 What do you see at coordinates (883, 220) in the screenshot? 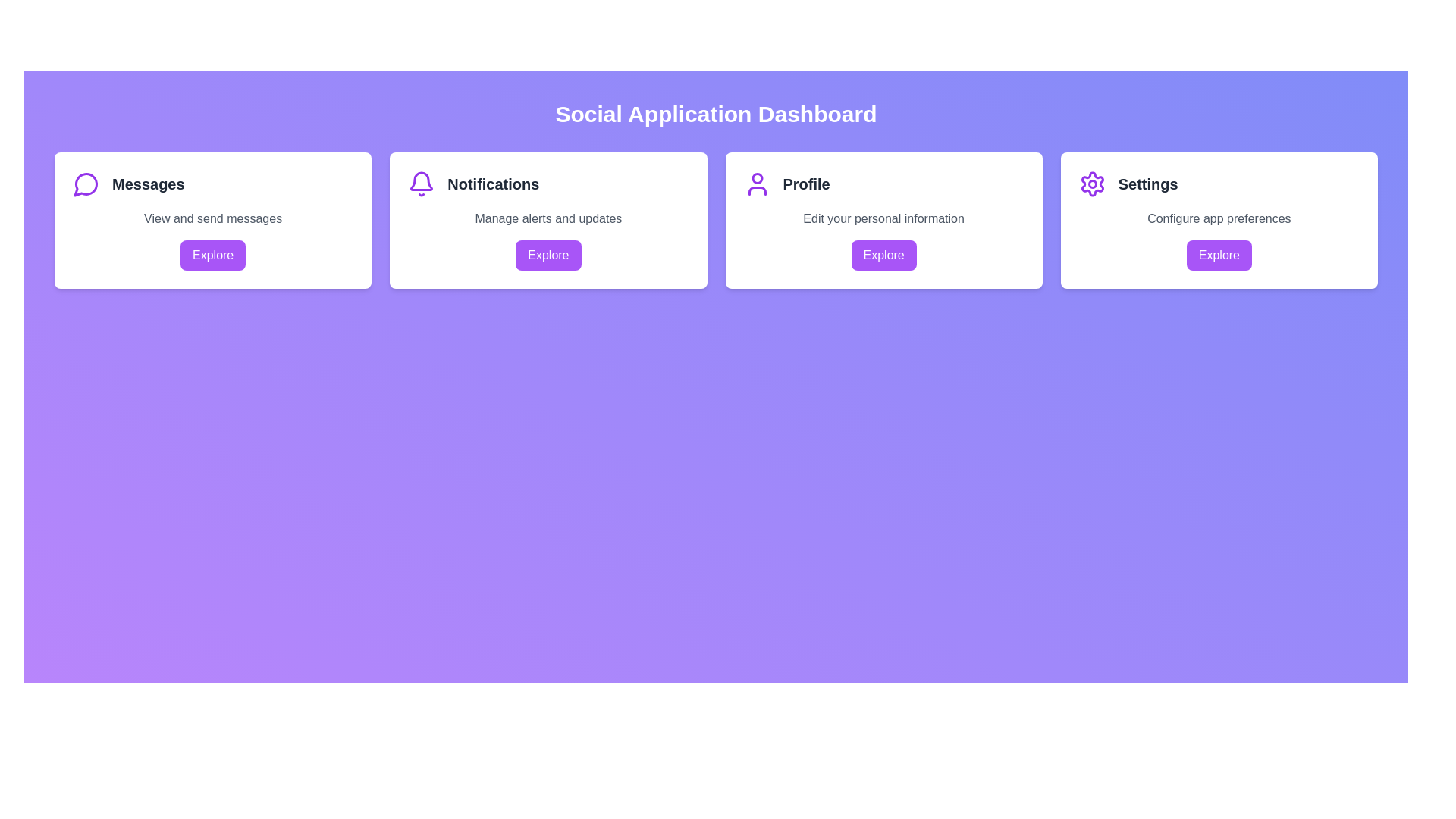
I see `the 'Explore' button located at the bottom of the user profile section in the third card titled 'Profile'` at bounding box center [883, 220].